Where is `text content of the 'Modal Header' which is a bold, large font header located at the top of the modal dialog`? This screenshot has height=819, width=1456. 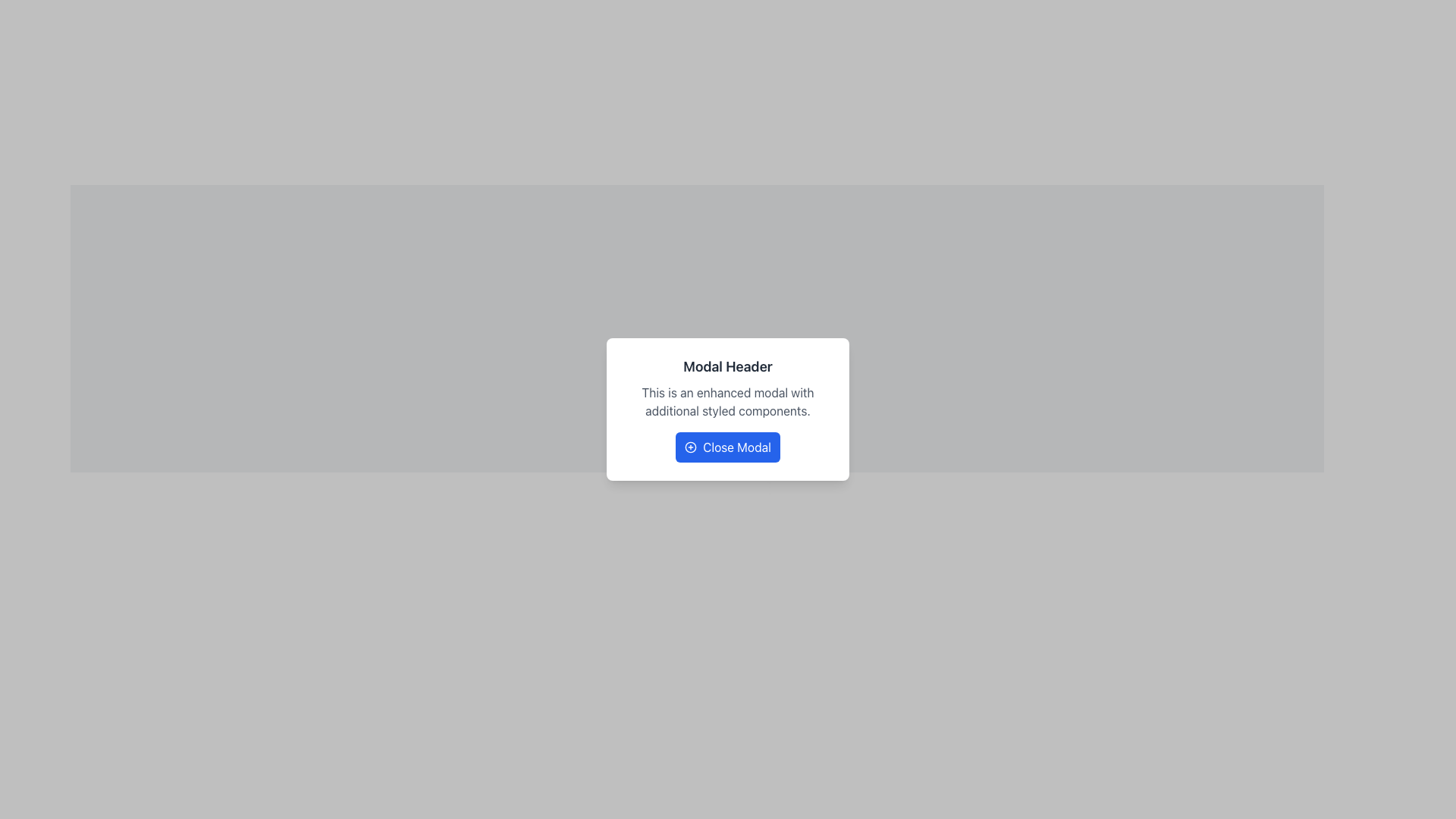
text content of the 'Modal Header' which is a bold, large font header located at the top of the modal dialog is located at coordinates (728, 366).